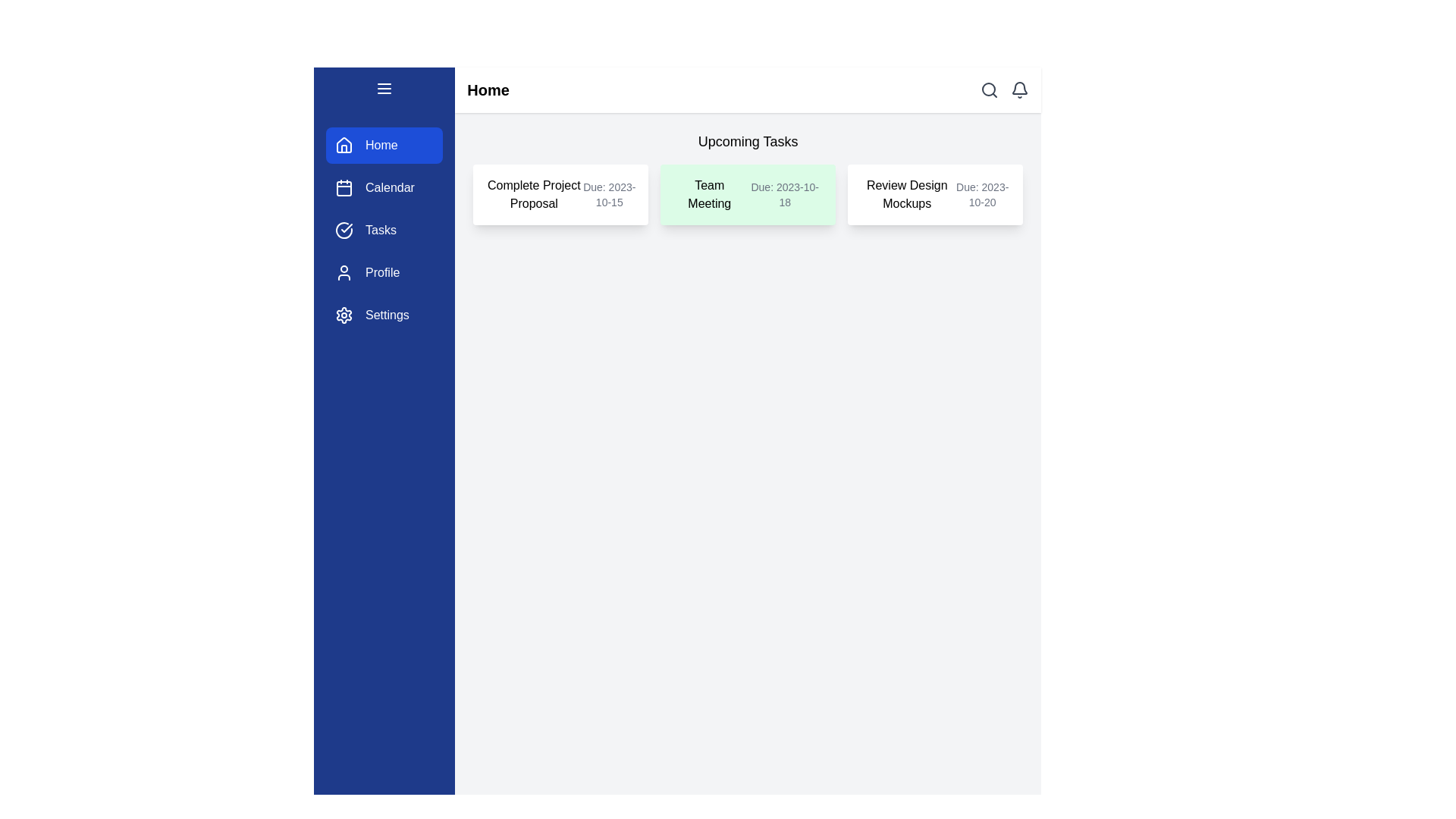 The height and width of the screenshot is (819, 1456). Describe the element at coordinates (982, 194) in the screenshot. I see `the due date information of the task label located in the bottom-right corner of the 'Review Design Mockups' task card` at that location.